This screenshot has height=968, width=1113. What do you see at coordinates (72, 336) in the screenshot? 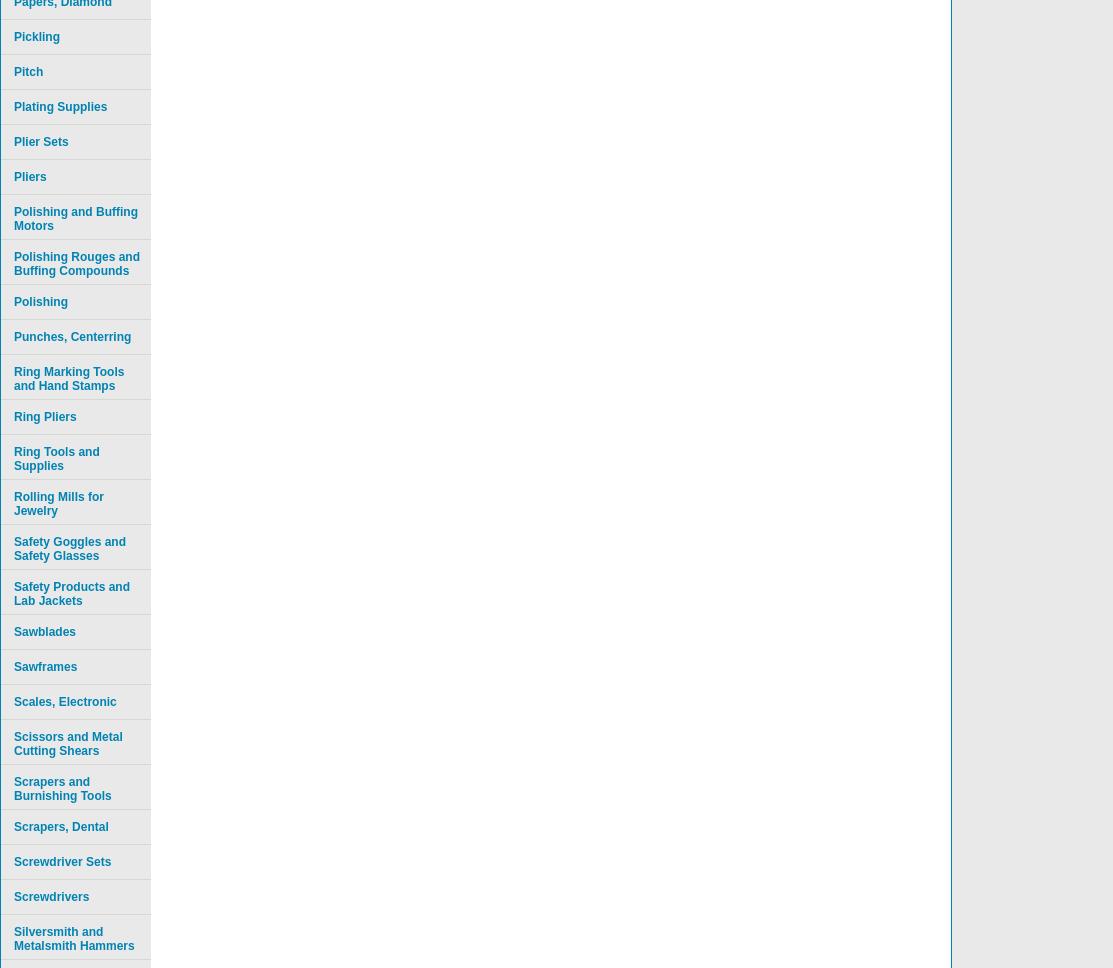
I see `'Punches, Centerring'` at bounding box center [72, 336].